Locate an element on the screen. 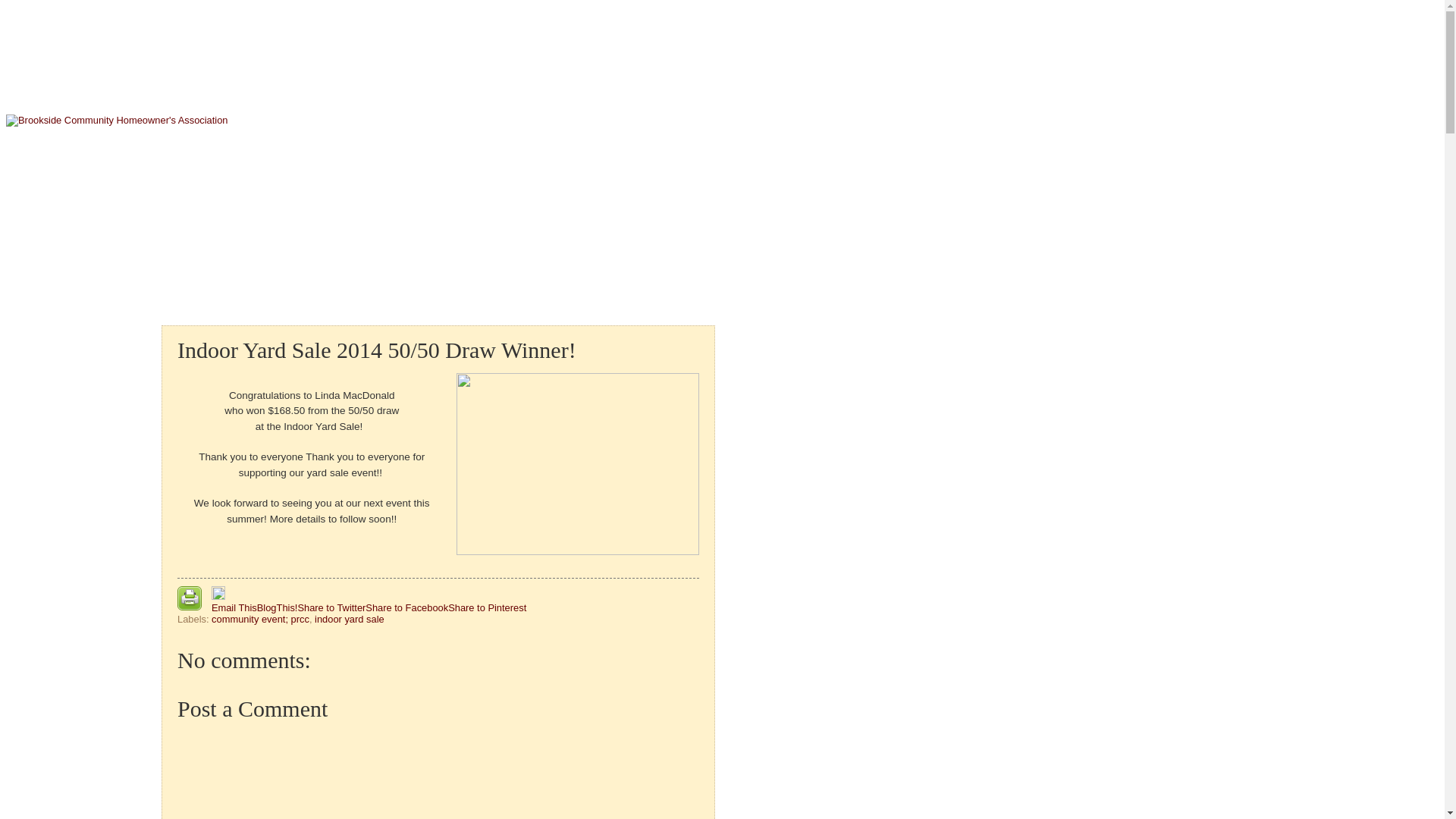 The image size is (1456, 819). 'Share to Pinterest' is located at coordinates (487, 607).